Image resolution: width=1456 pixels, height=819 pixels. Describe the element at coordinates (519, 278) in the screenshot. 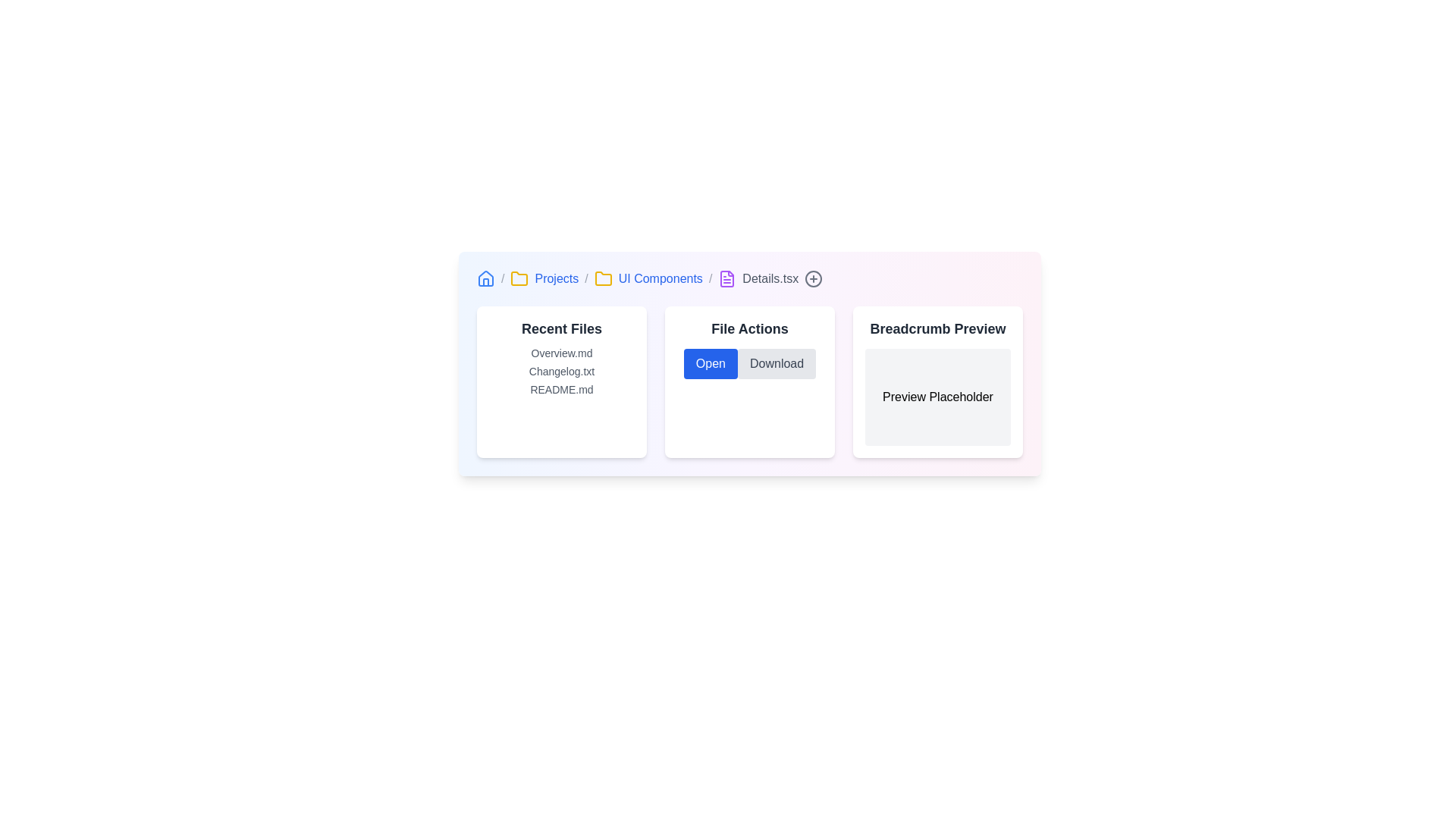

I see `the folder icon in the breadcrumb navigation bar, which is the second icon from the left and located next to the 'Projects' label` at that location.